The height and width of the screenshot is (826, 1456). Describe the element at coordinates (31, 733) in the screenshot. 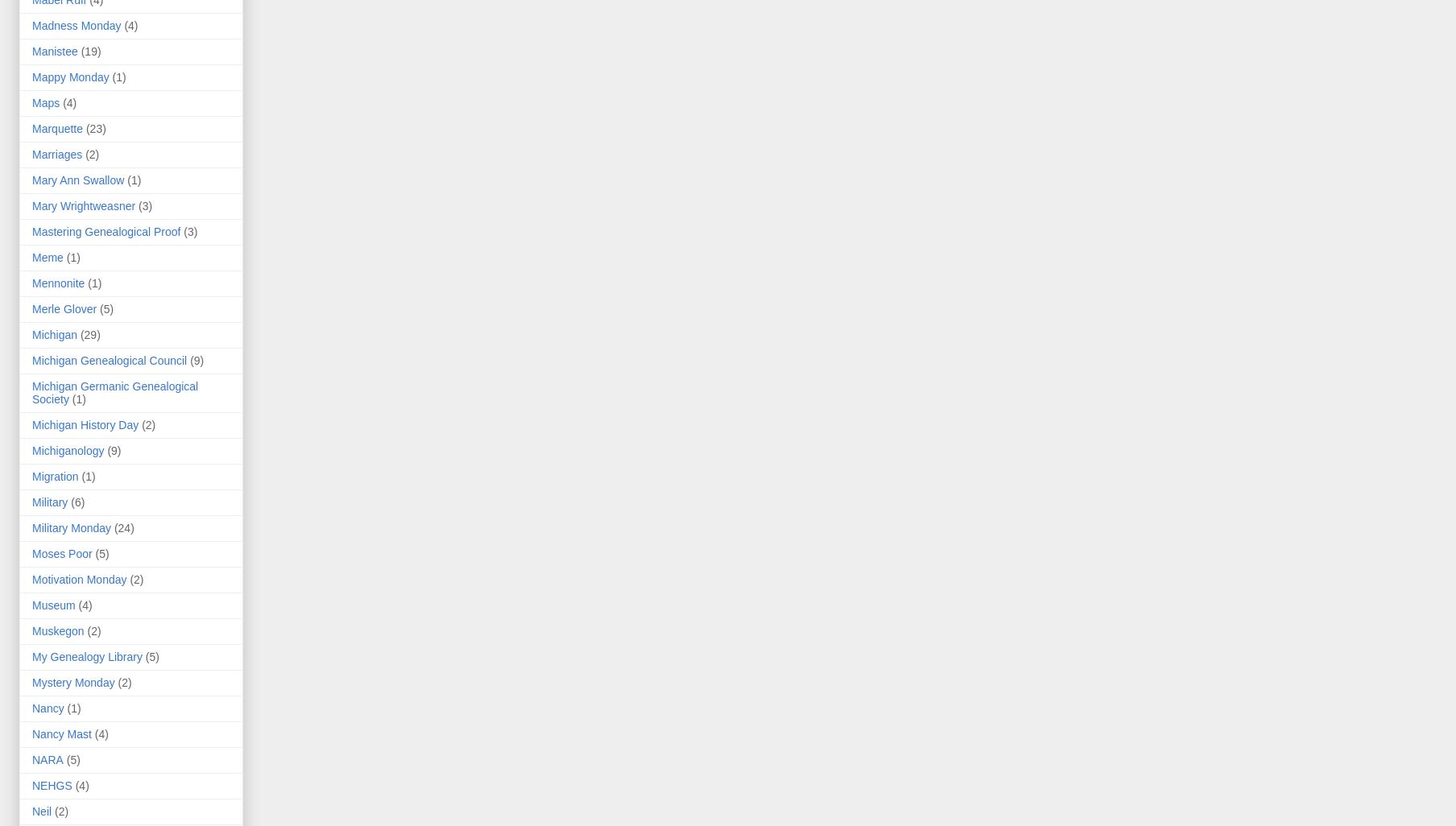

I see `'Nancy Mast'` at that location.